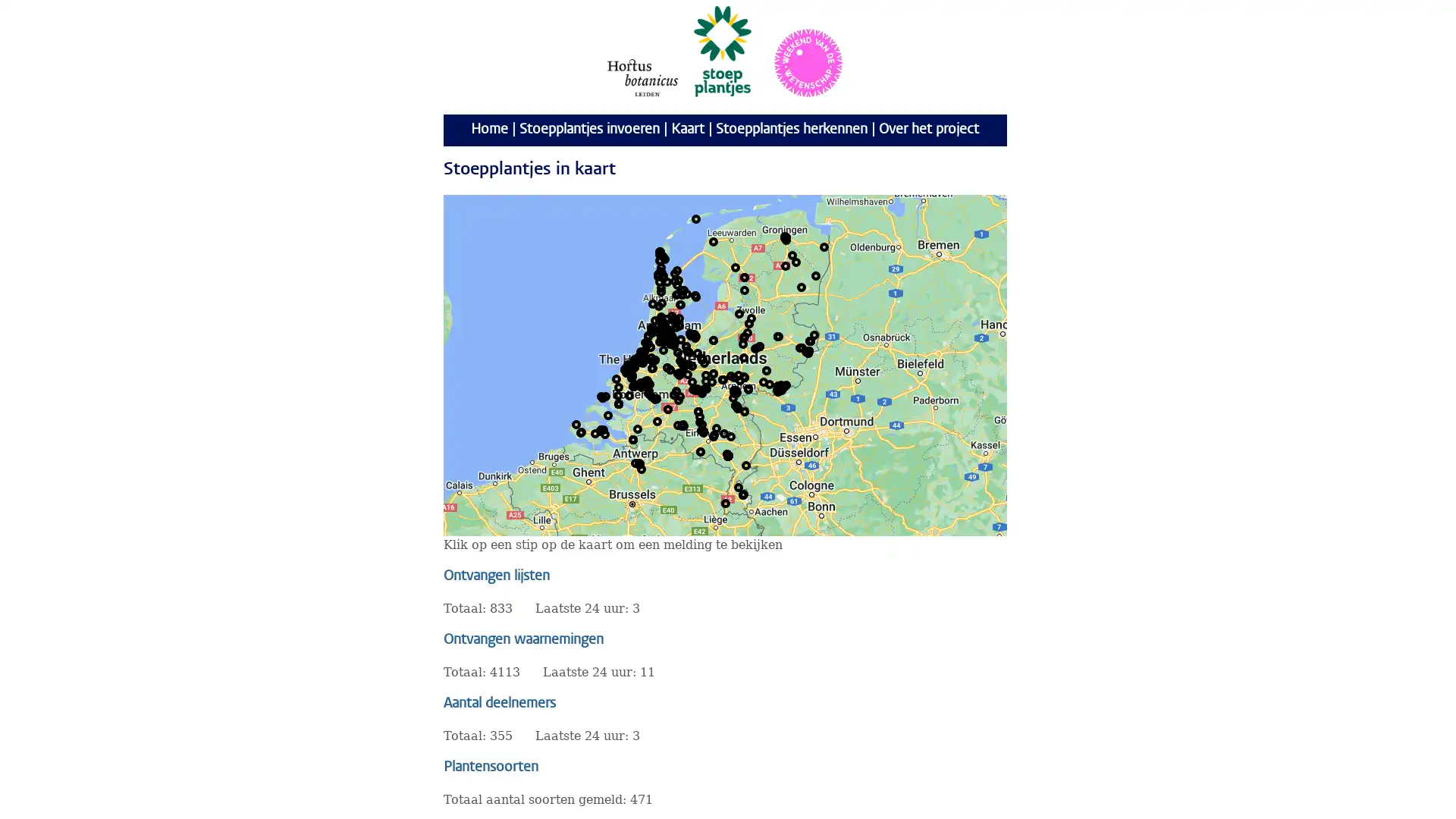 The height and width of the screenshot is (819, 1456). Describe the element at coordinates (632, 366) in the screenshot. I see `Telling van op 27 april 2022` at that location.